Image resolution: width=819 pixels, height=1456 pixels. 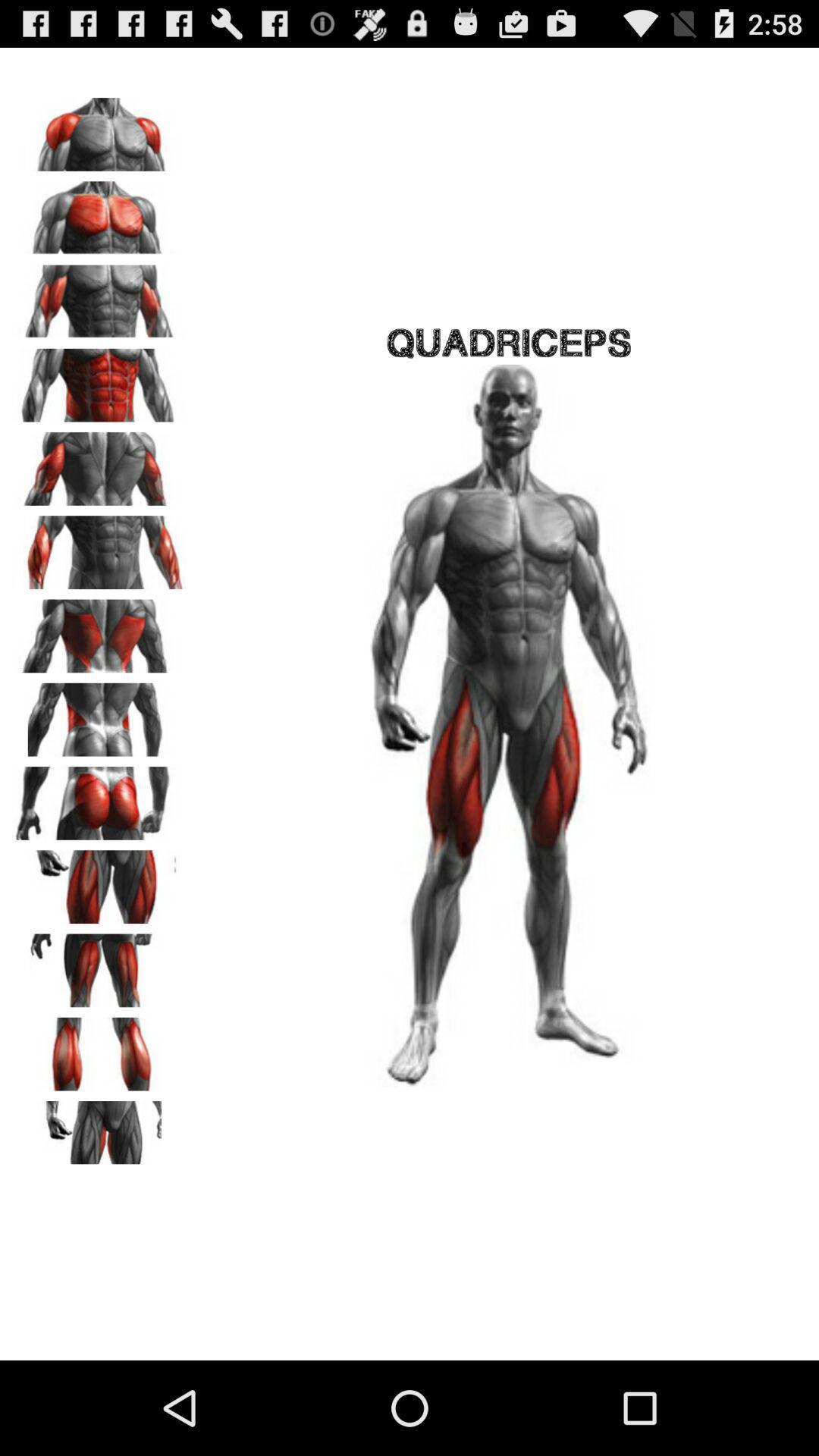 I want to click on the body part on image, so click(x=99, y=631).